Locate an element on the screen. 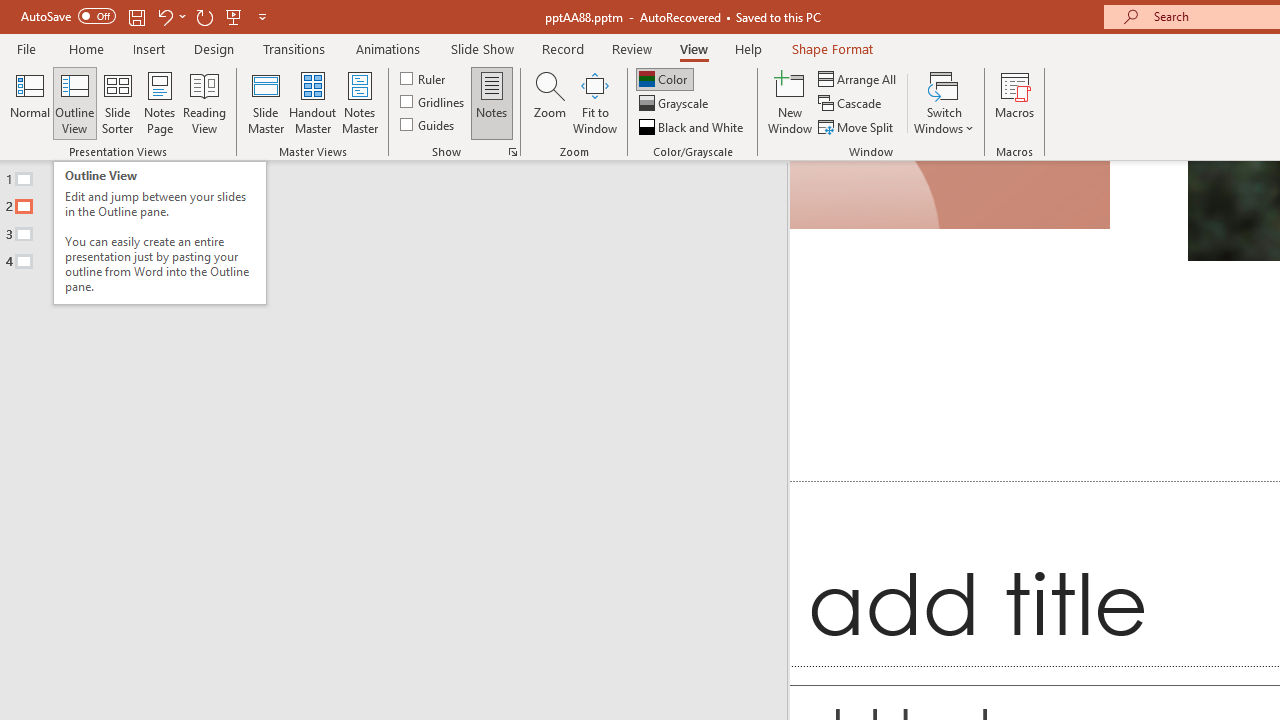 This screenshot has height=720, width=1280. 'Cascade' is located at coordinates (851, 103).